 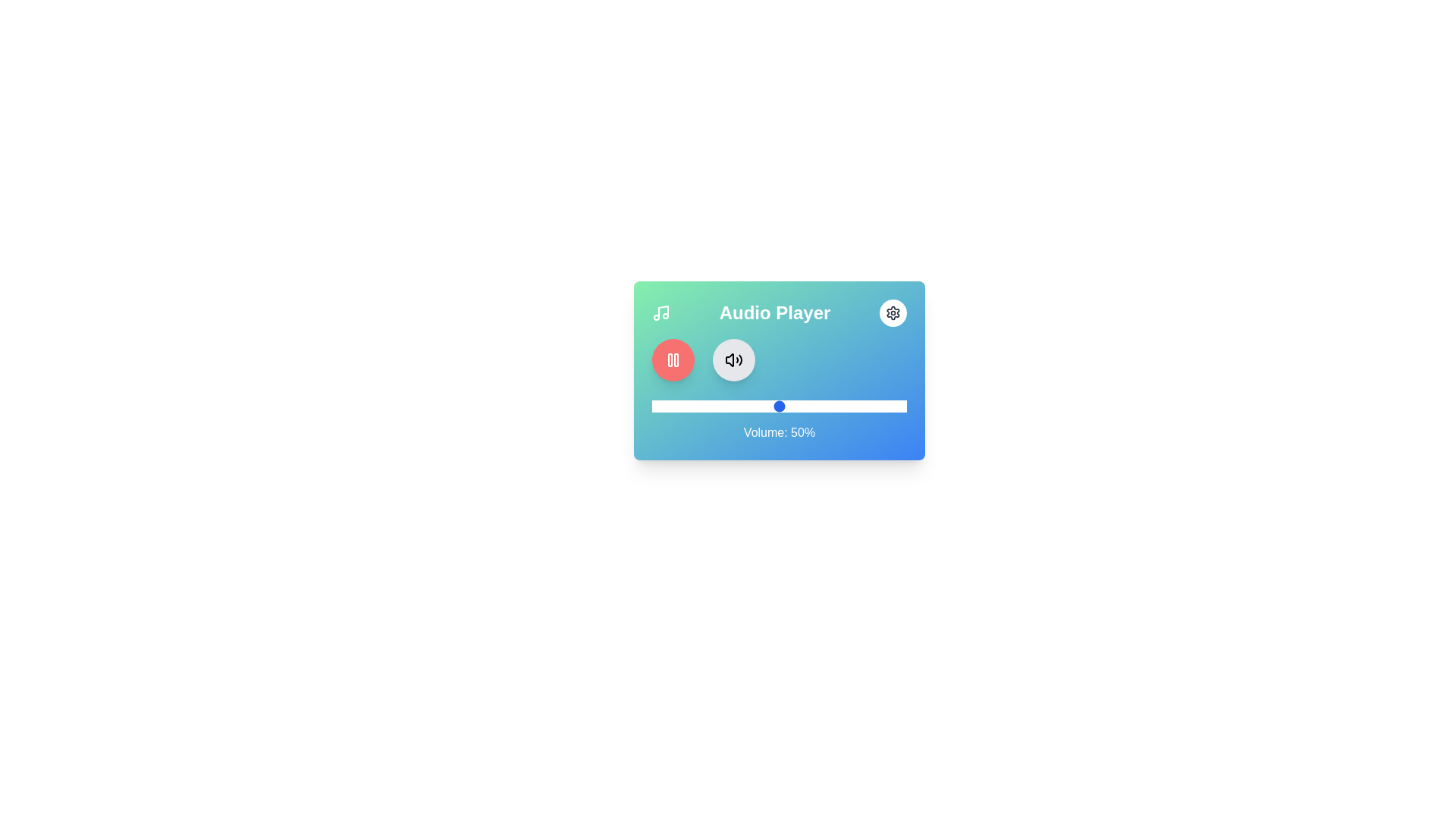 What do you see at coordinates (673, 359) in the screenshot?
I see `the pause icon button, which is represented by two parallel vertical rectangles inside a red circular button` at bounding box center [673, 359].